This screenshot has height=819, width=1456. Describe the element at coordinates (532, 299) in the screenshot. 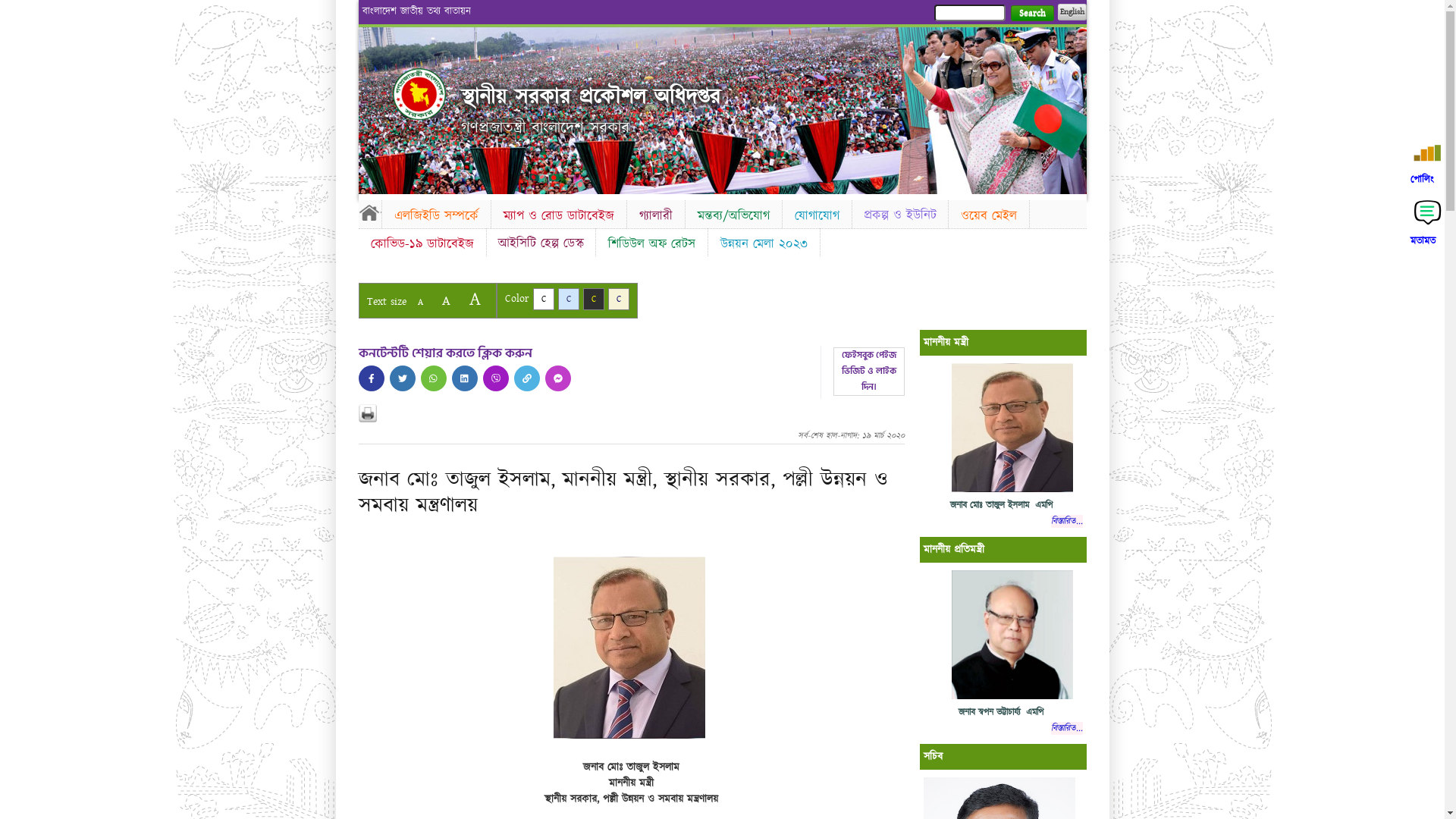

I see `'C'` at that location.